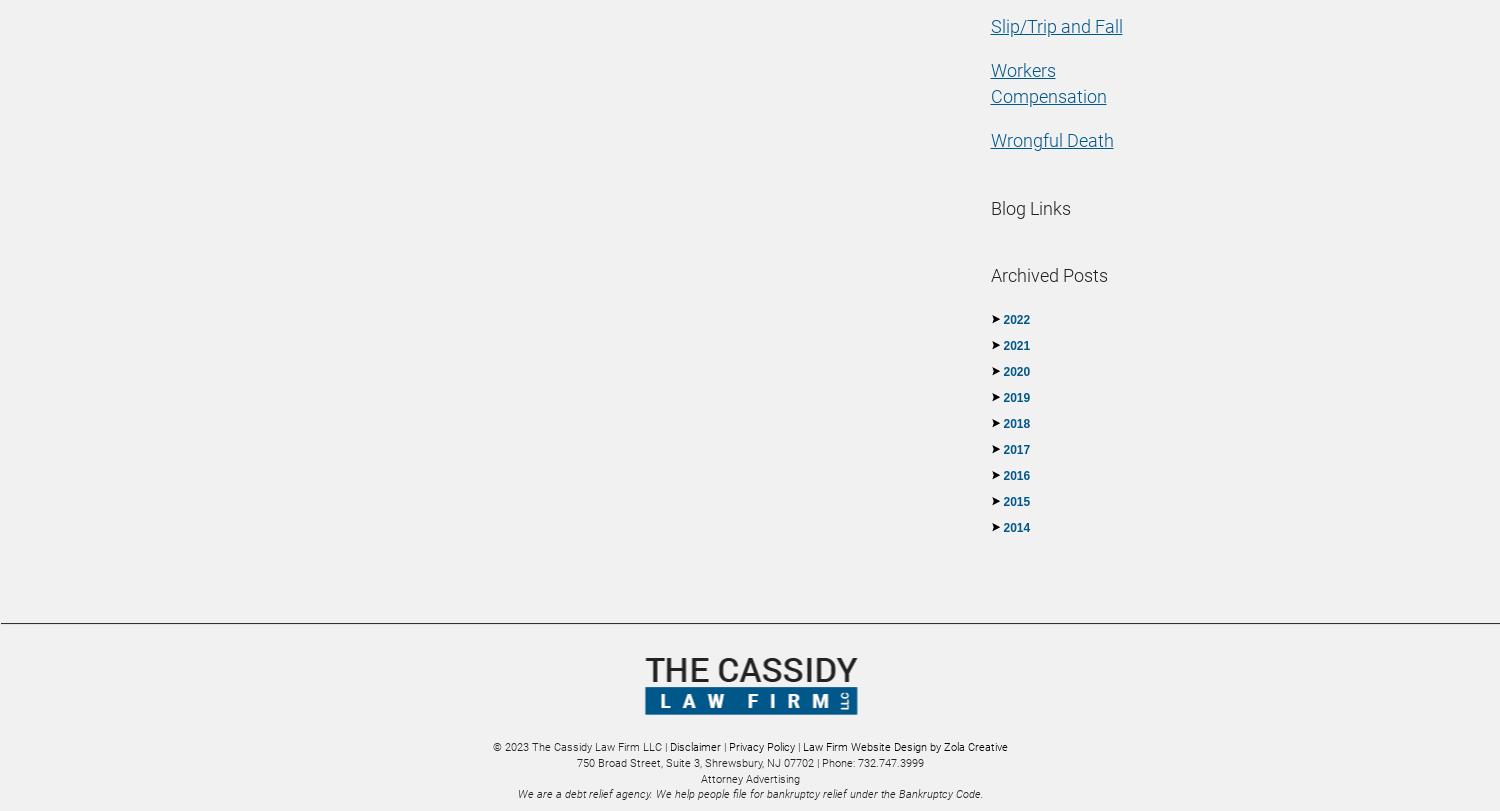 This screenshot has height=811, width=1500. What do you see at coordinates (532, 745) in the screenshot?
I see `'The Cassidy Law Firm LLC'` at bounding box center [532, 745].